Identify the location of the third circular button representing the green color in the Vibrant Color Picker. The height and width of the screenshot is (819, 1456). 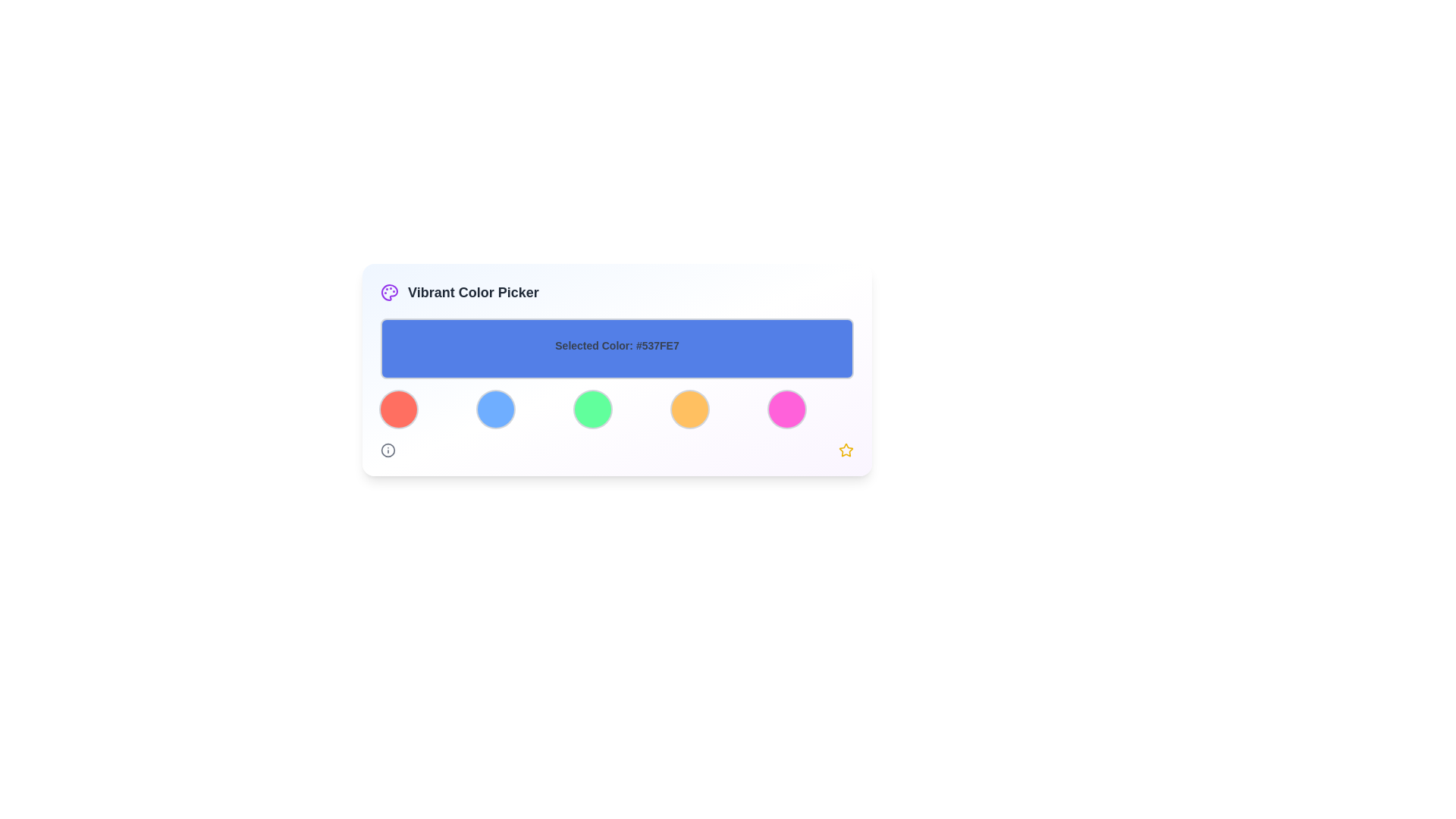
(617, 409).